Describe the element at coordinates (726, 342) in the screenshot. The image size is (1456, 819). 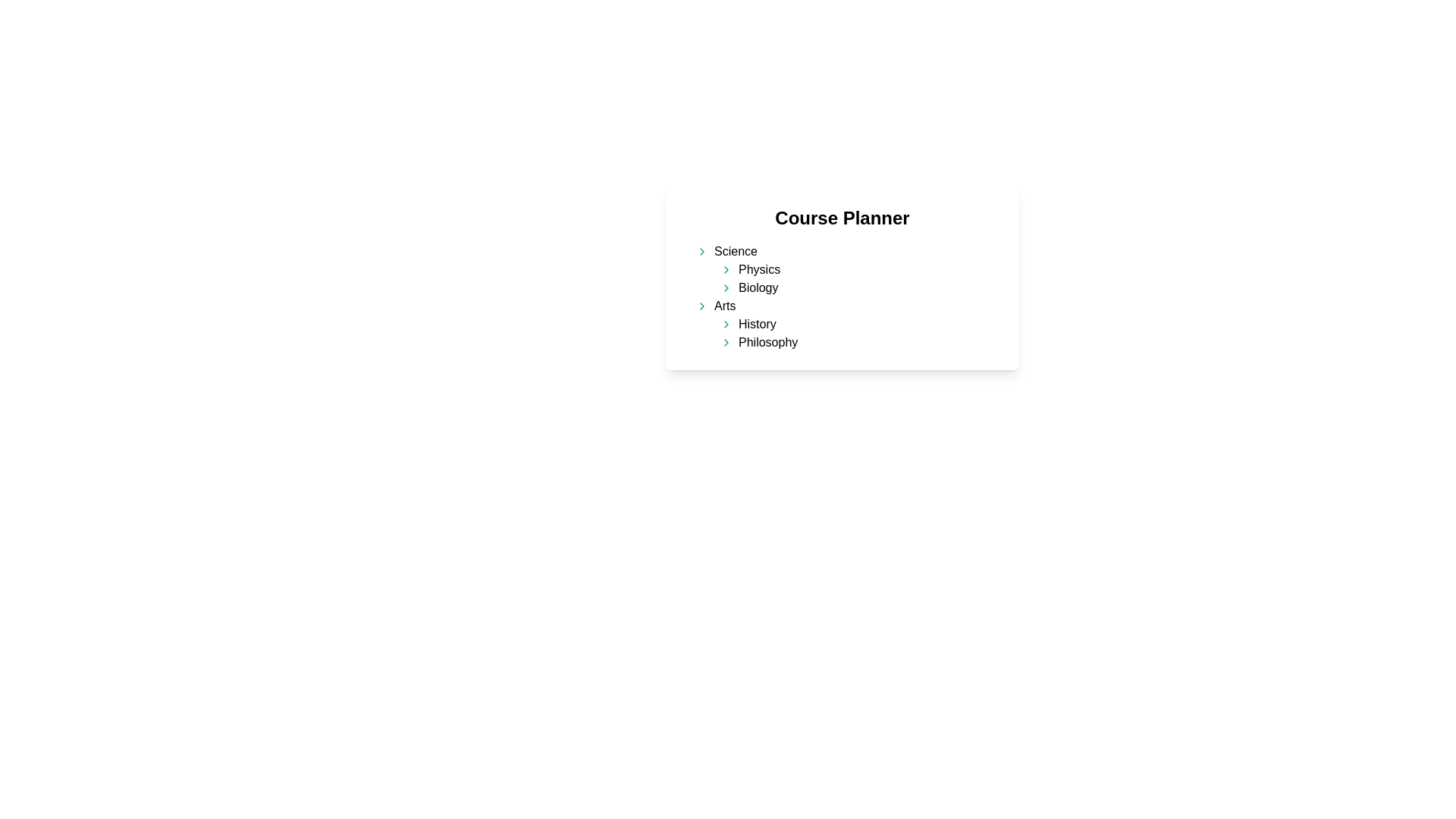
I see `the chevron icon located at the beginning of the 'Philosophy' row in the 'Arts' category` at that location.